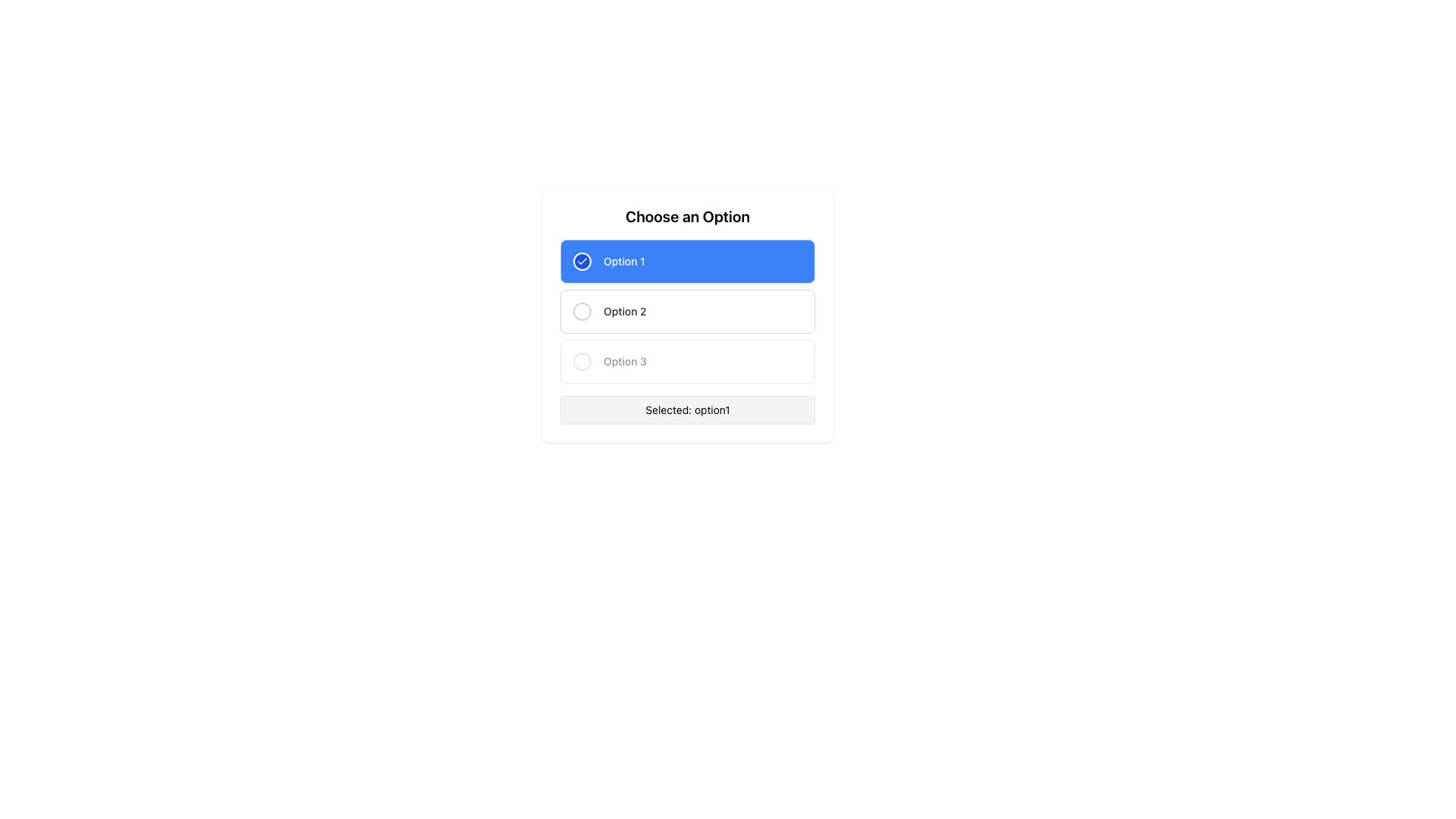  Describe the element at coordinates (687, 260) in the screenshot. I see `the first radio button labeled 'Option 1' with a blue background and a white checkmark` at that location.